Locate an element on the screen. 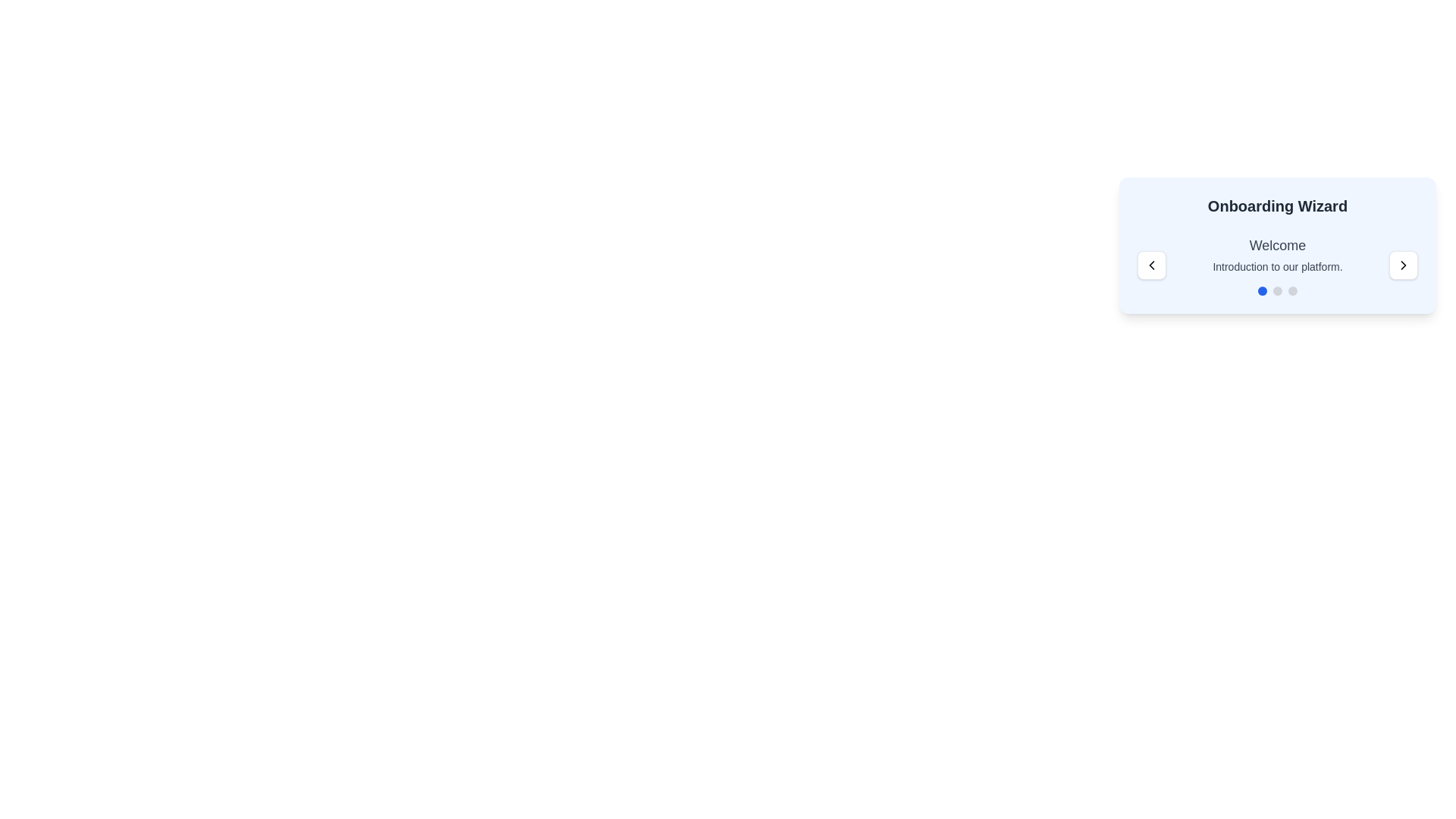  the rectangular button with rounded corners, a white background, and a right-facing chevron icon is located at coordinates (1403, 265).